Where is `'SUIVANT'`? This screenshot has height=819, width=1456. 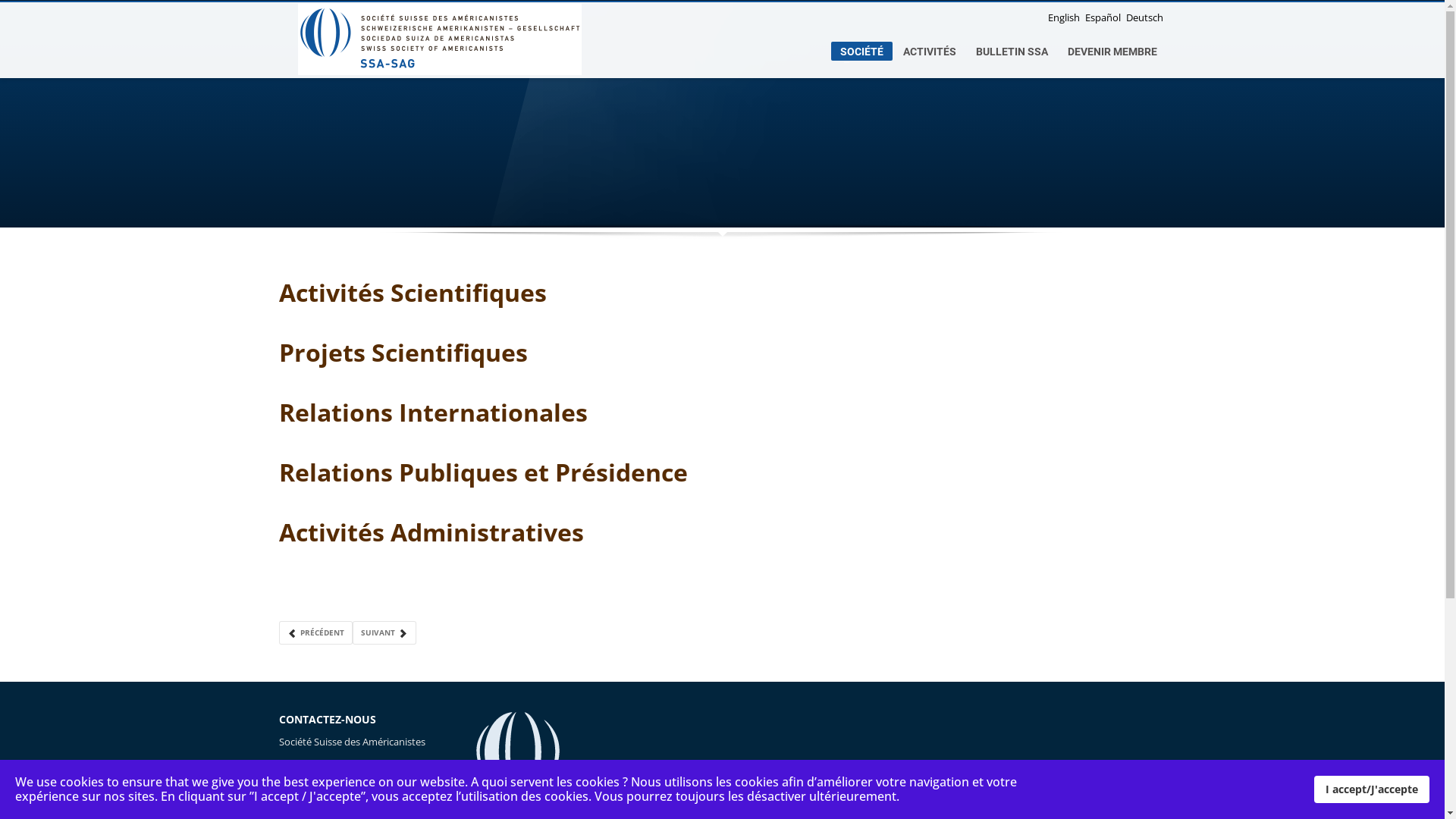
'SUIVANT' is located at coordinates (383, 632).